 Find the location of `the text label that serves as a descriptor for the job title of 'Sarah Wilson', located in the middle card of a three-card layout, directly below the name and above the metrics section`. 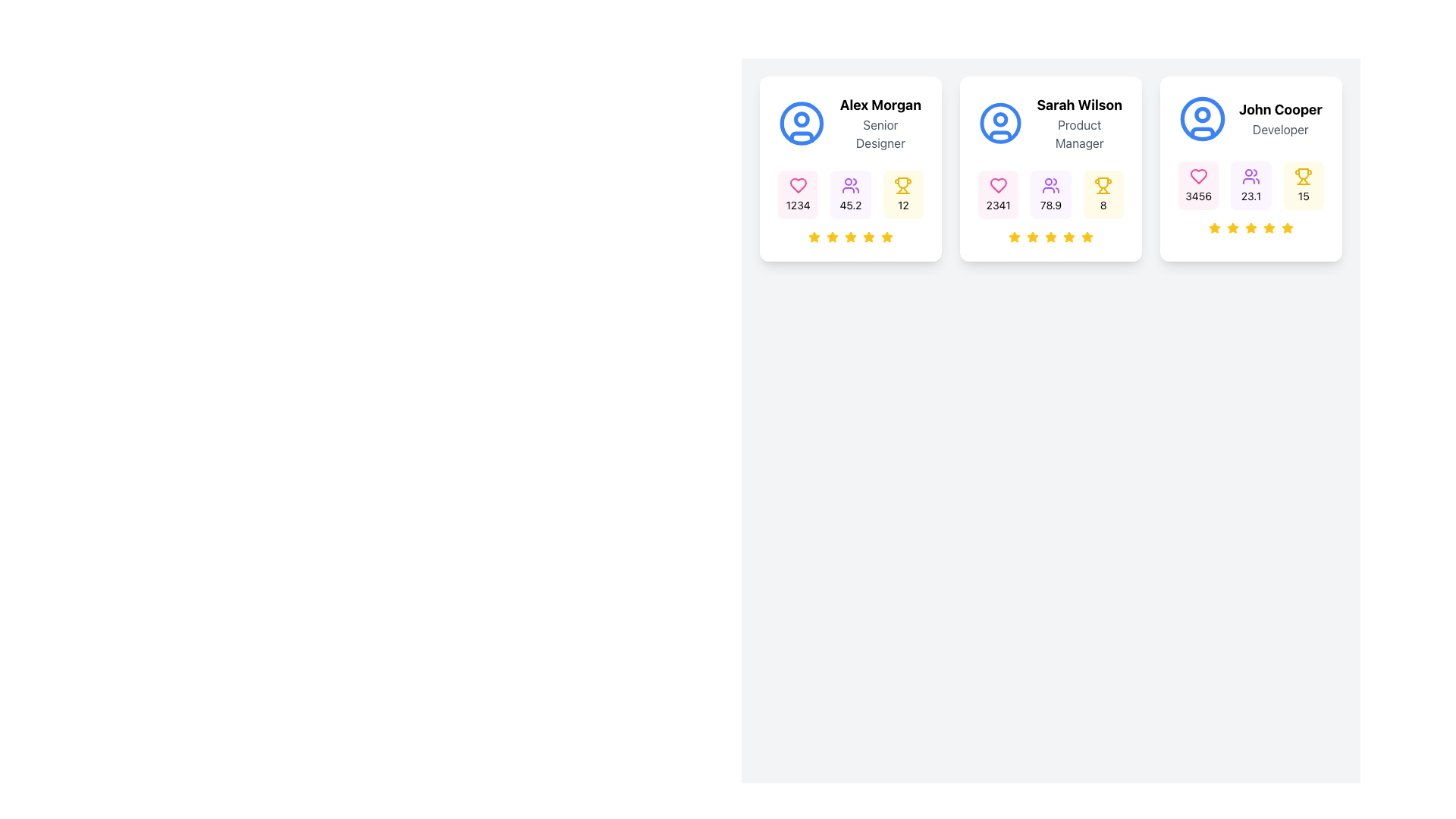

the text label that serves as a descriptor for the job title of 'Sarah Wilson', located in the middle card of a three-card layout, directly below the name and above the metrics section is located at coordinates (1078, 133).